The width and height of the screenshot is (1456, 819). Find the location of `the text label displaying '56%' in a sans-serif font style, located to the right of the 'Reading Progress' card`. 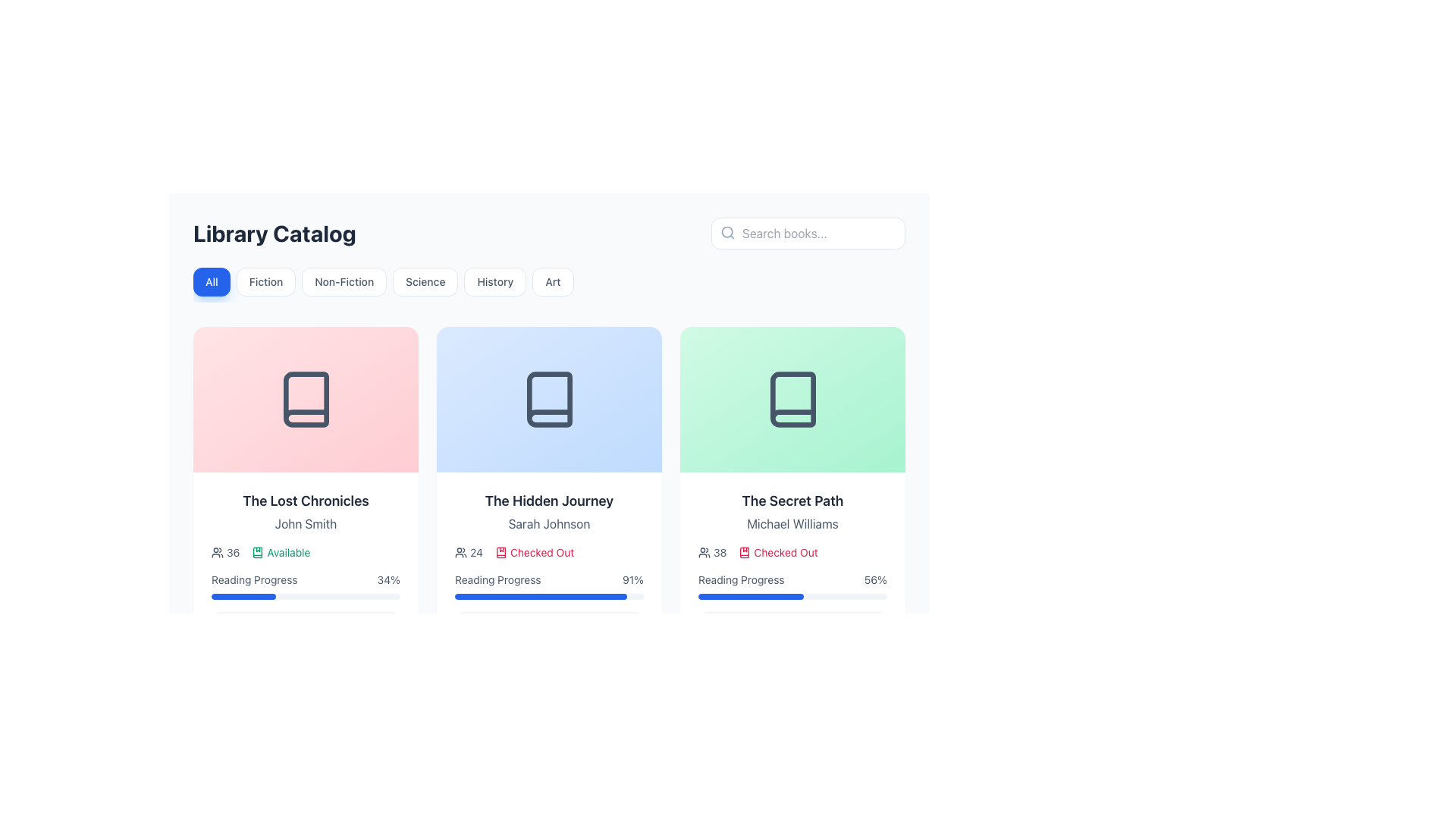

the text label displaying '56%' in a sans-serif font style, located to the right of the 'Reading Progress' card is located at coordinates (875, 579).